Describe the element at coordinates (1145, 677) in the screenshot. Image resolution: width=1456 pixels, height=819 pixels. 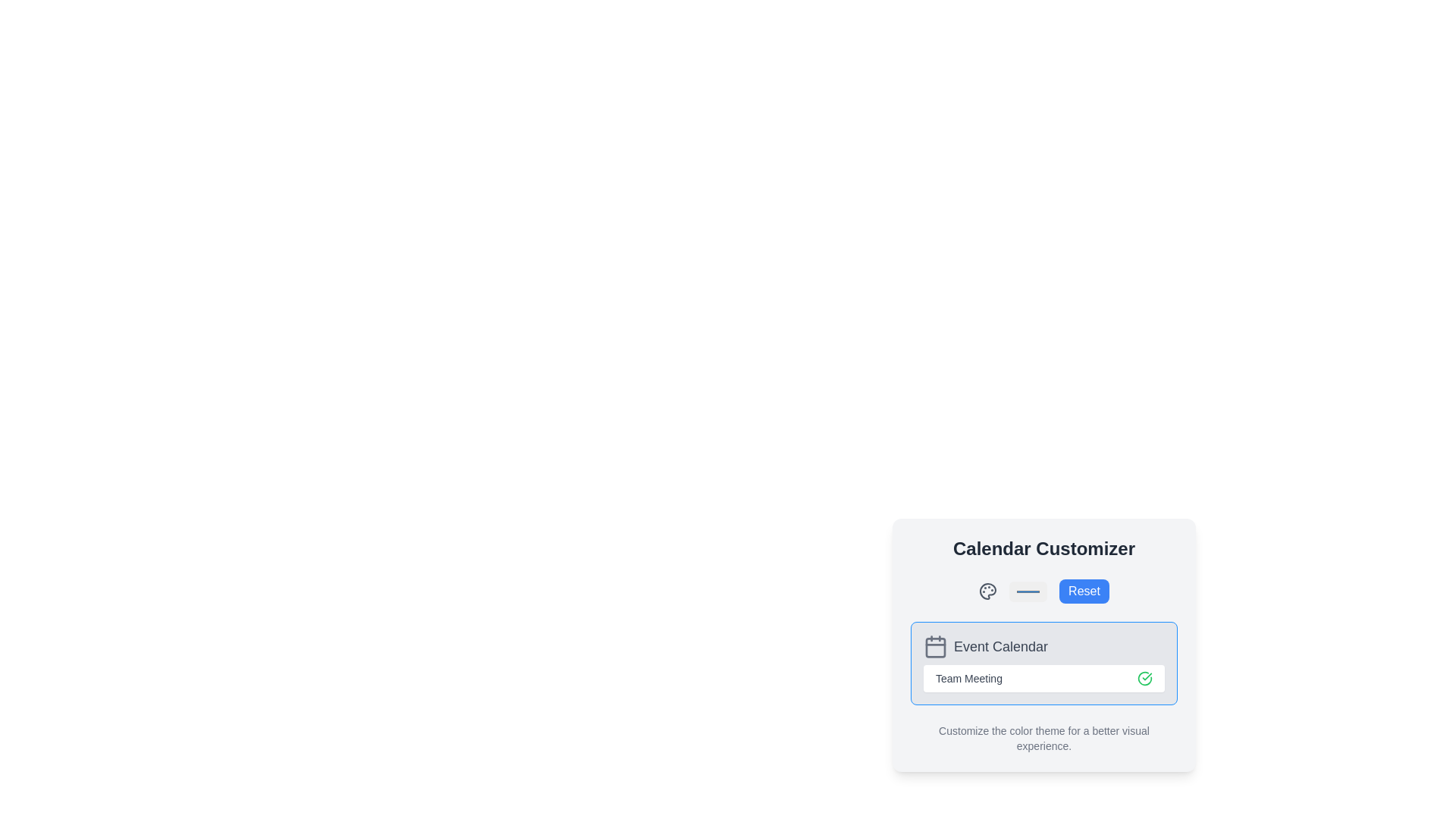
I see `the green circular check icon located at the right end of the 'Team Meeting' box` at that location.